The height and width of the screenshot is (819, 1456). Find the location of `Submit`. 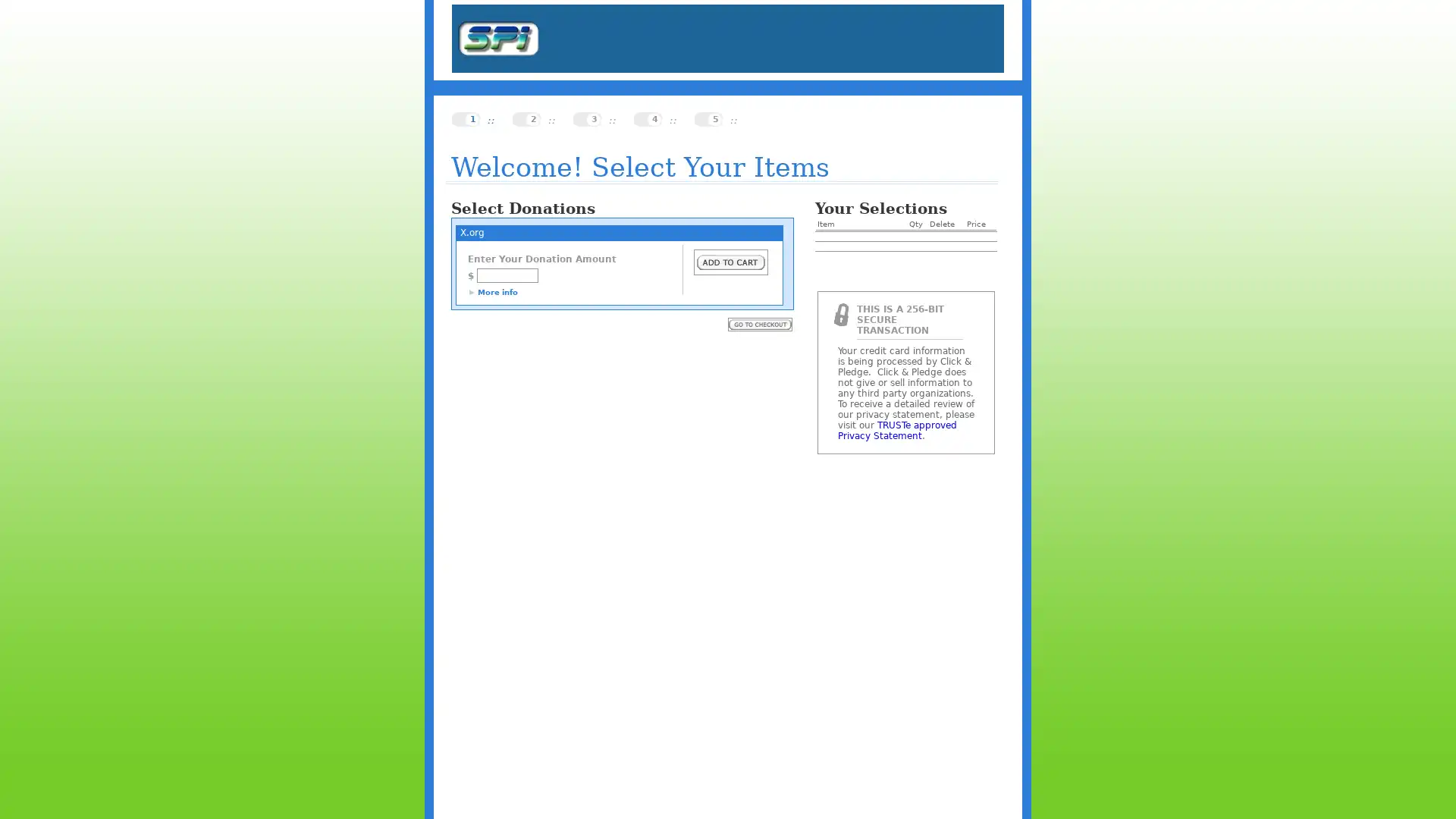

Submit is located at coordinates (731, 262).